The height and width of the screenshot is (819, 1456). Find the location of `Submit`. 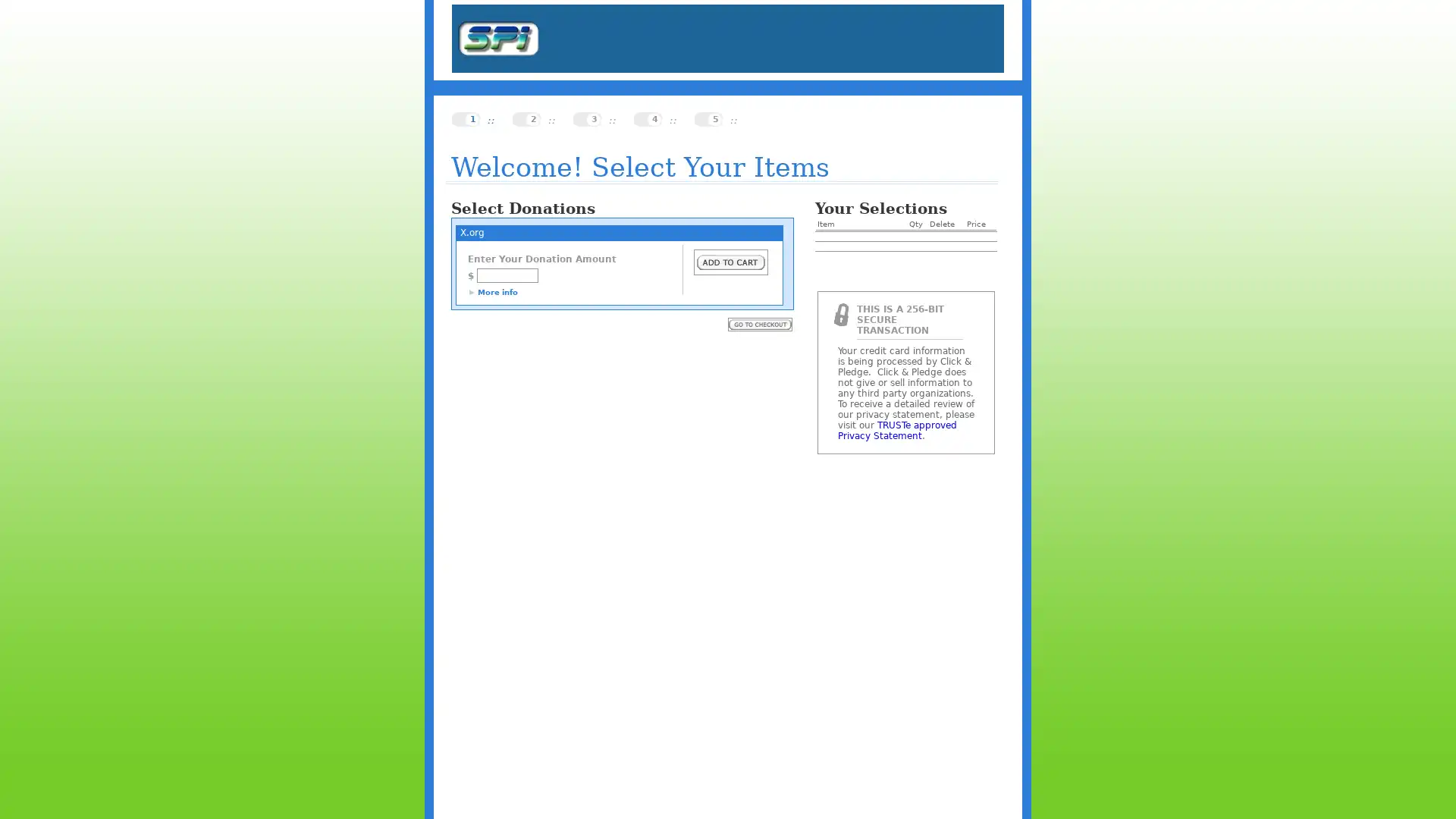

Submit is located at coordinates (731, 262).